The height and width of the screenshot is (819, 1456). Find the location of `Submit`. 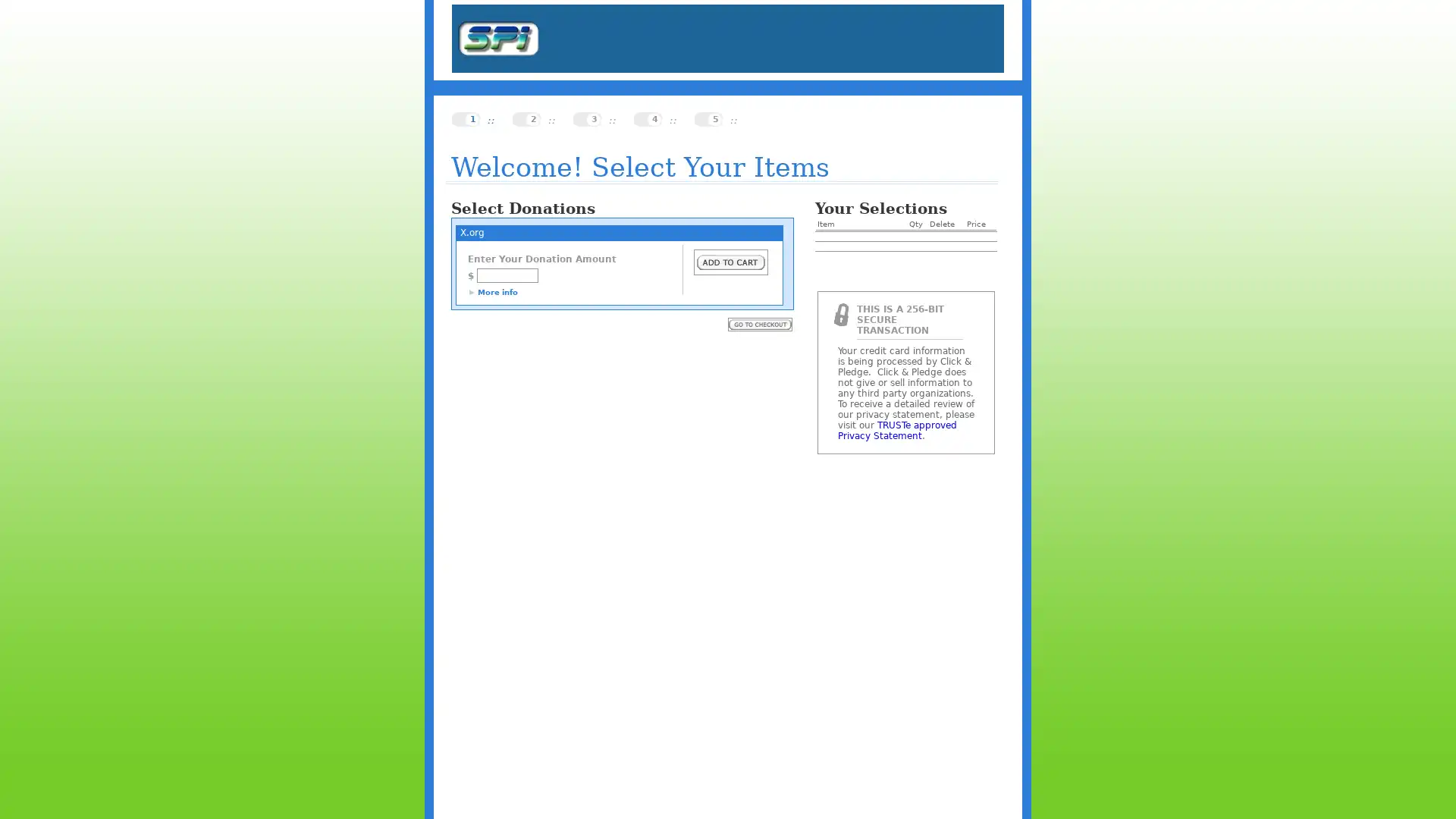

Submit is located at coordinates (731, 262).